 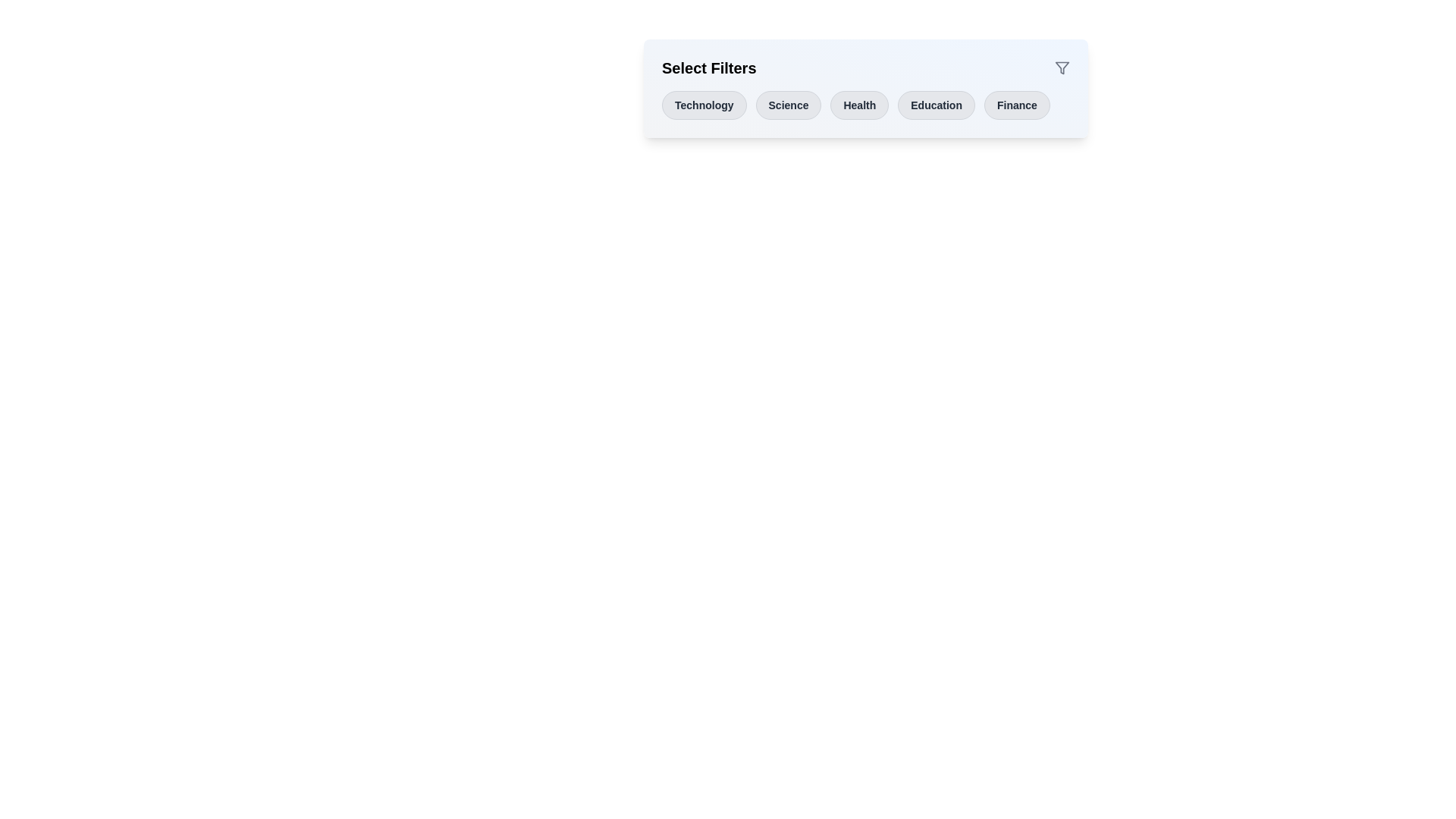 I want to click on the button labeled Science to observe its hover effect, so click(x=789, y=104).